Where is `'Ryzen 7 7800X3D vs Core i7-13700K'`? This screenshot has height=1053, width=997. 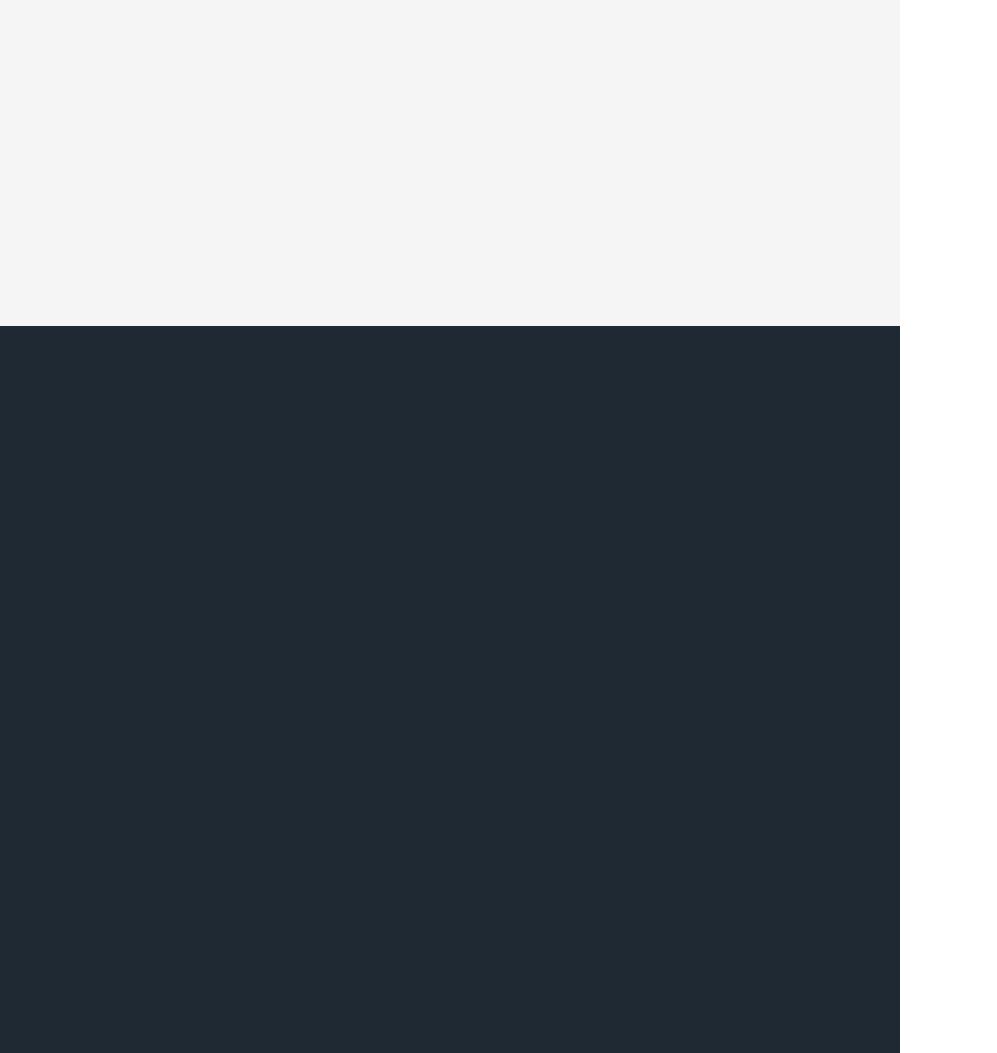 'Ryzen 7 7800X3D vs Core i7-13700K' is located at coordinates (274, 552).